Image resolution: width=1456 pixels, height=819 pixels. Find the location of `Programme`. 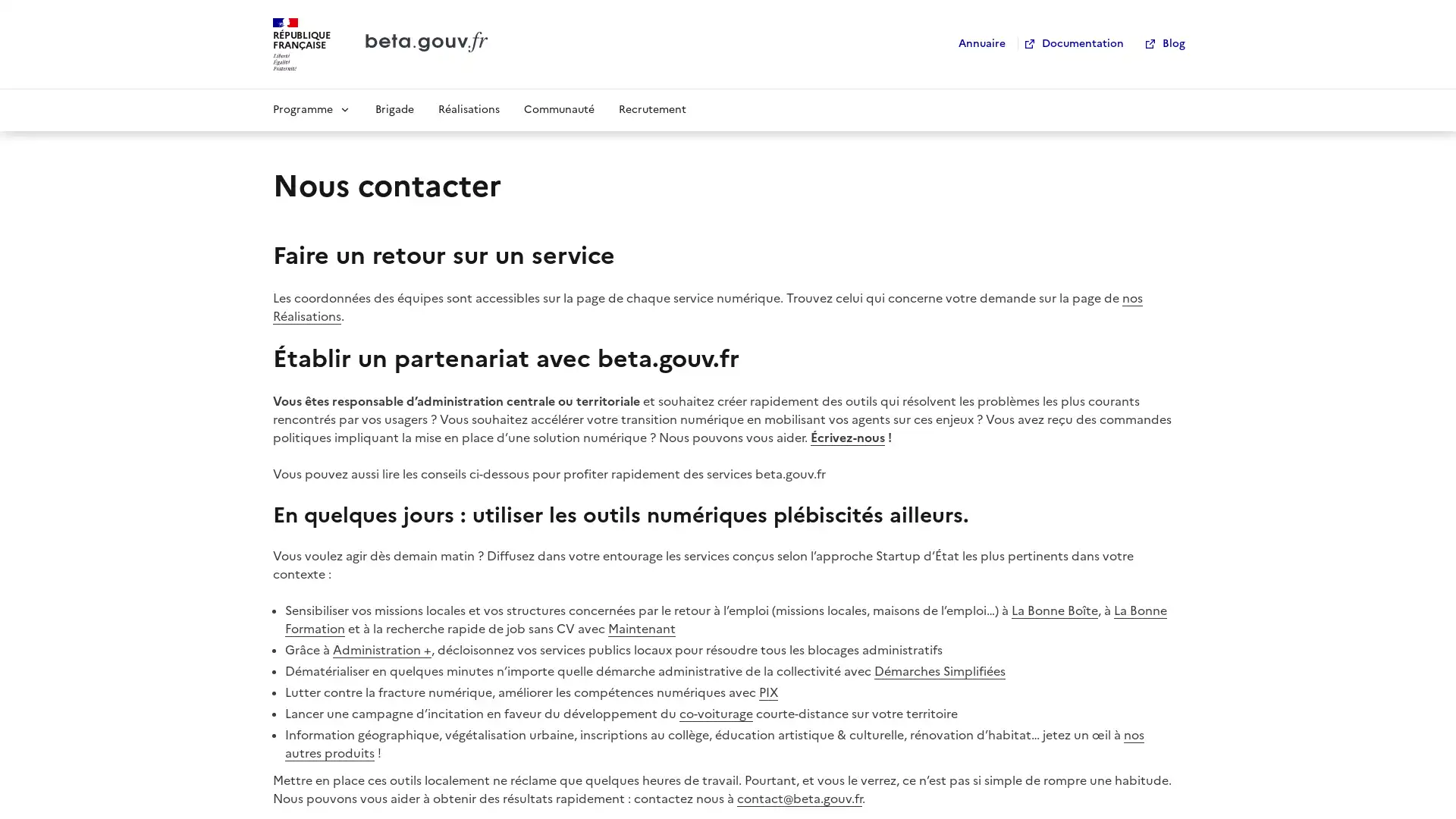

Programme is located at coordinates (311, 108).